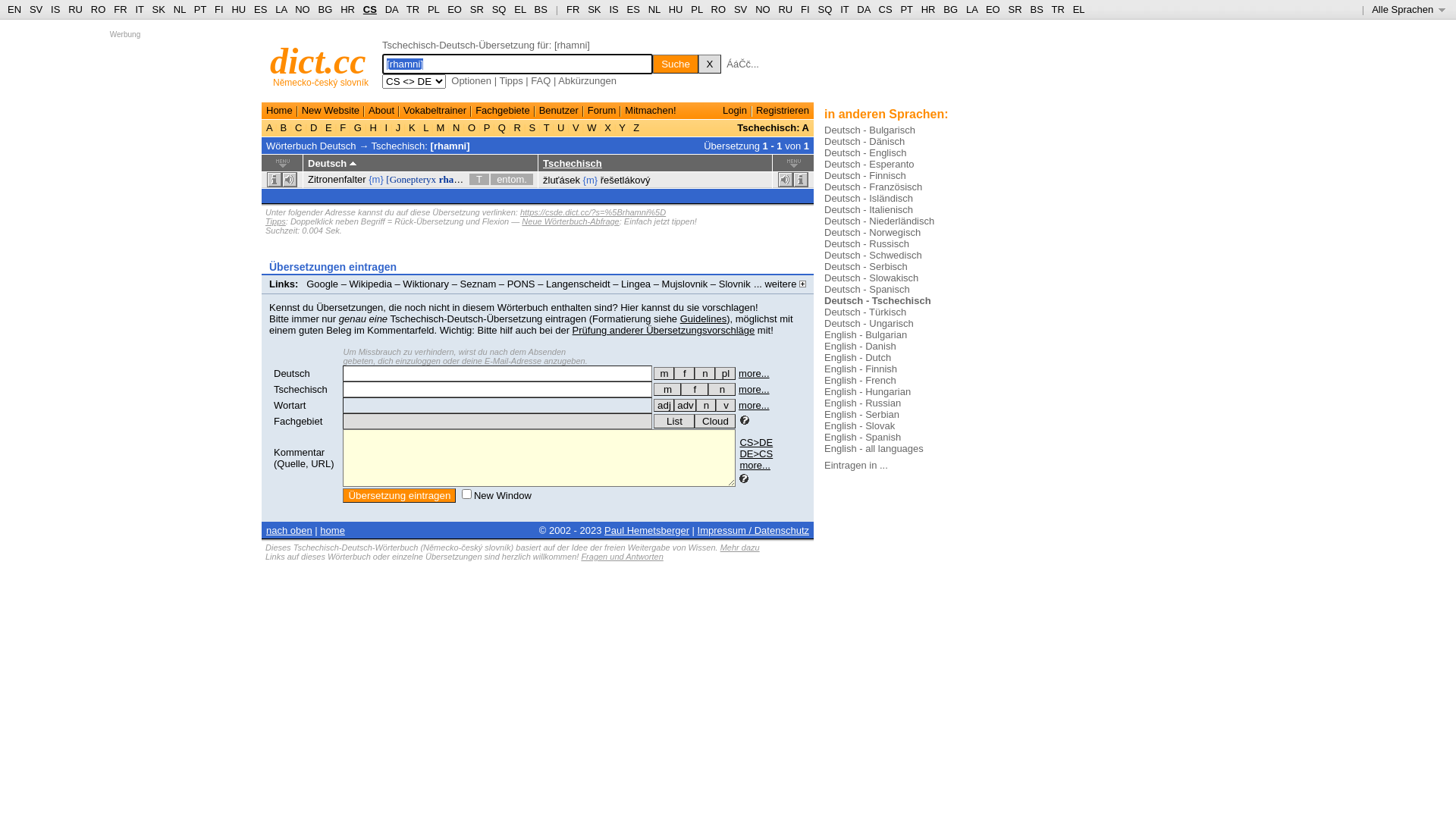  I want to click on 'Zitronenfalter', so click(336, 178).